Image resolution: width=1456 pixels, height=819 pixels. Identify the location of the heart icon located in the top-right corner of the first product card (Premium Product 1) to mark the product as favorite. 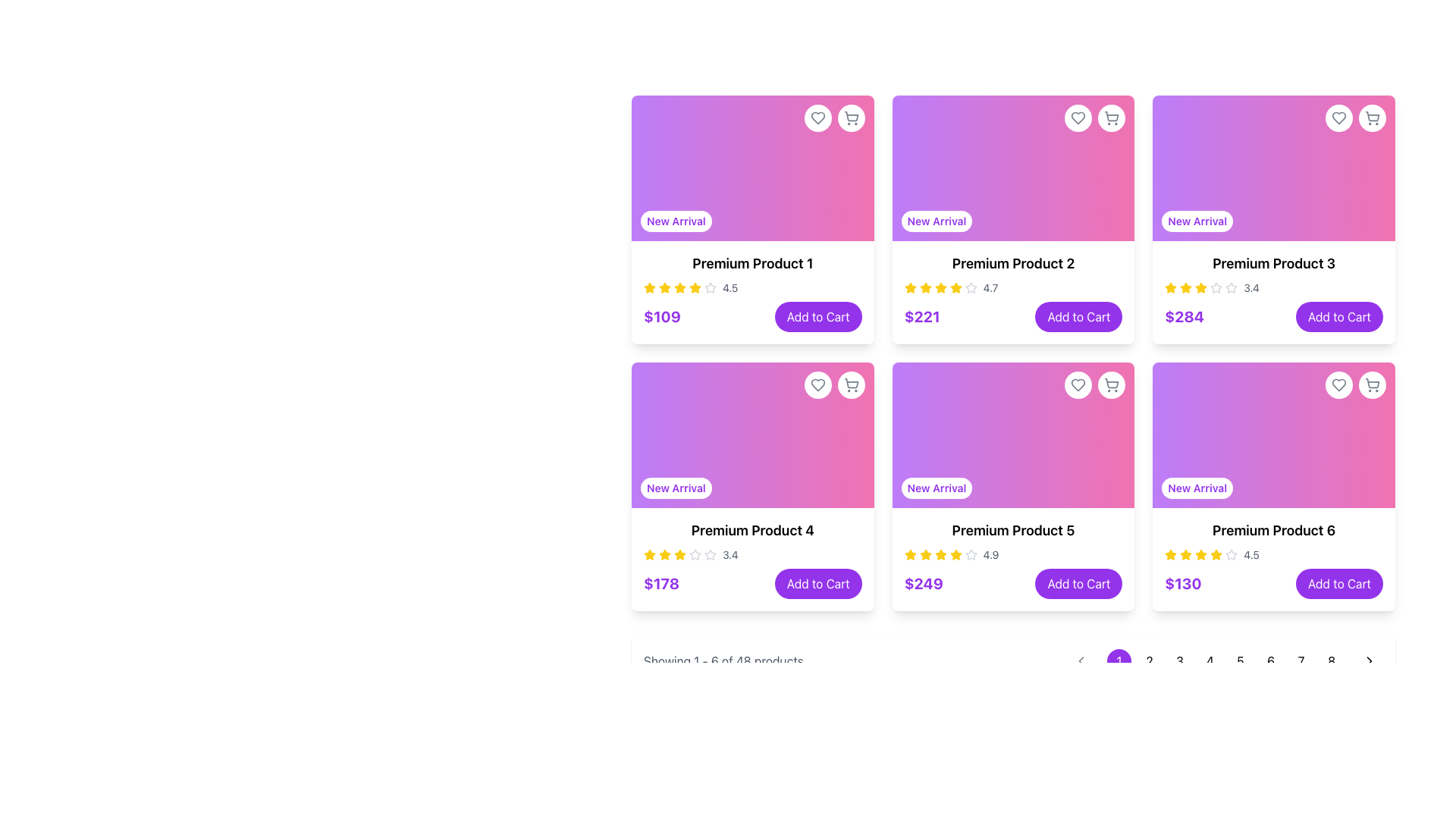
(817, 117).